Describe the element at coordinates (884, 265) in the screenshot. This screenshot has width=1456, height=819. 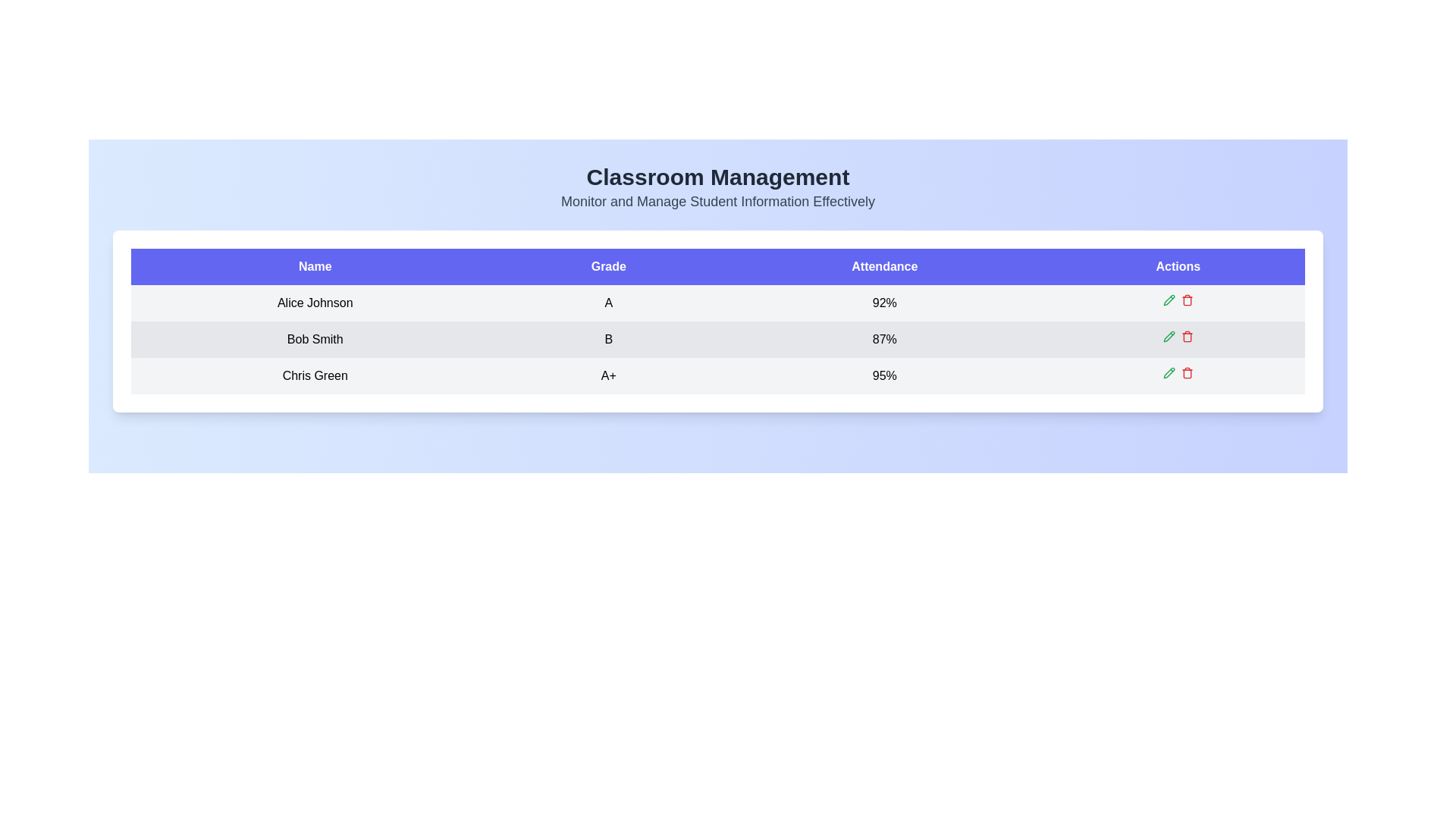
I see `the 'Attendance' column header cell to sort the attendance data in the table` at that location.